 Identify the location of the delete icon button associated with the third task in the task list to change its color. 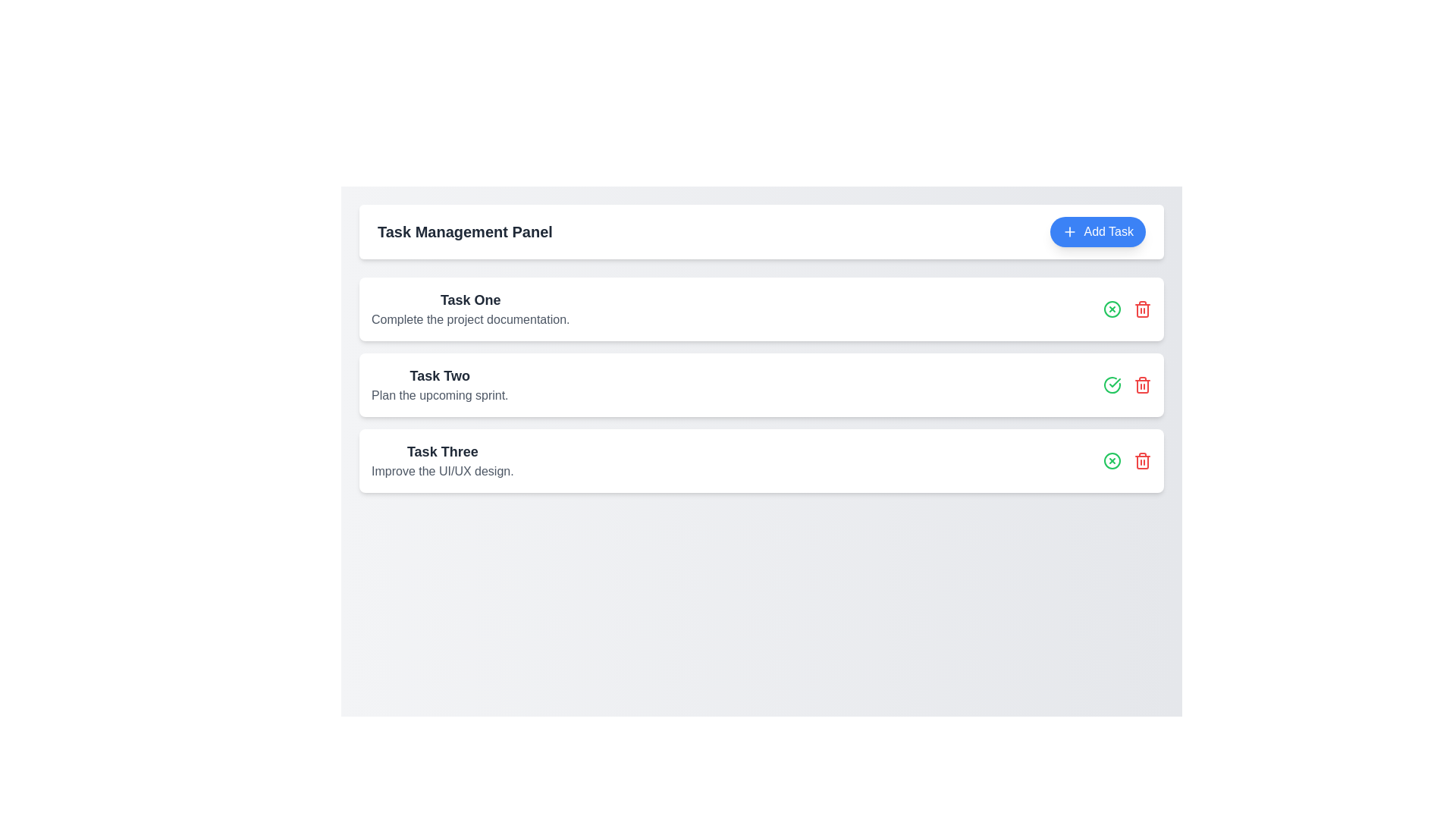
(1143, 384).